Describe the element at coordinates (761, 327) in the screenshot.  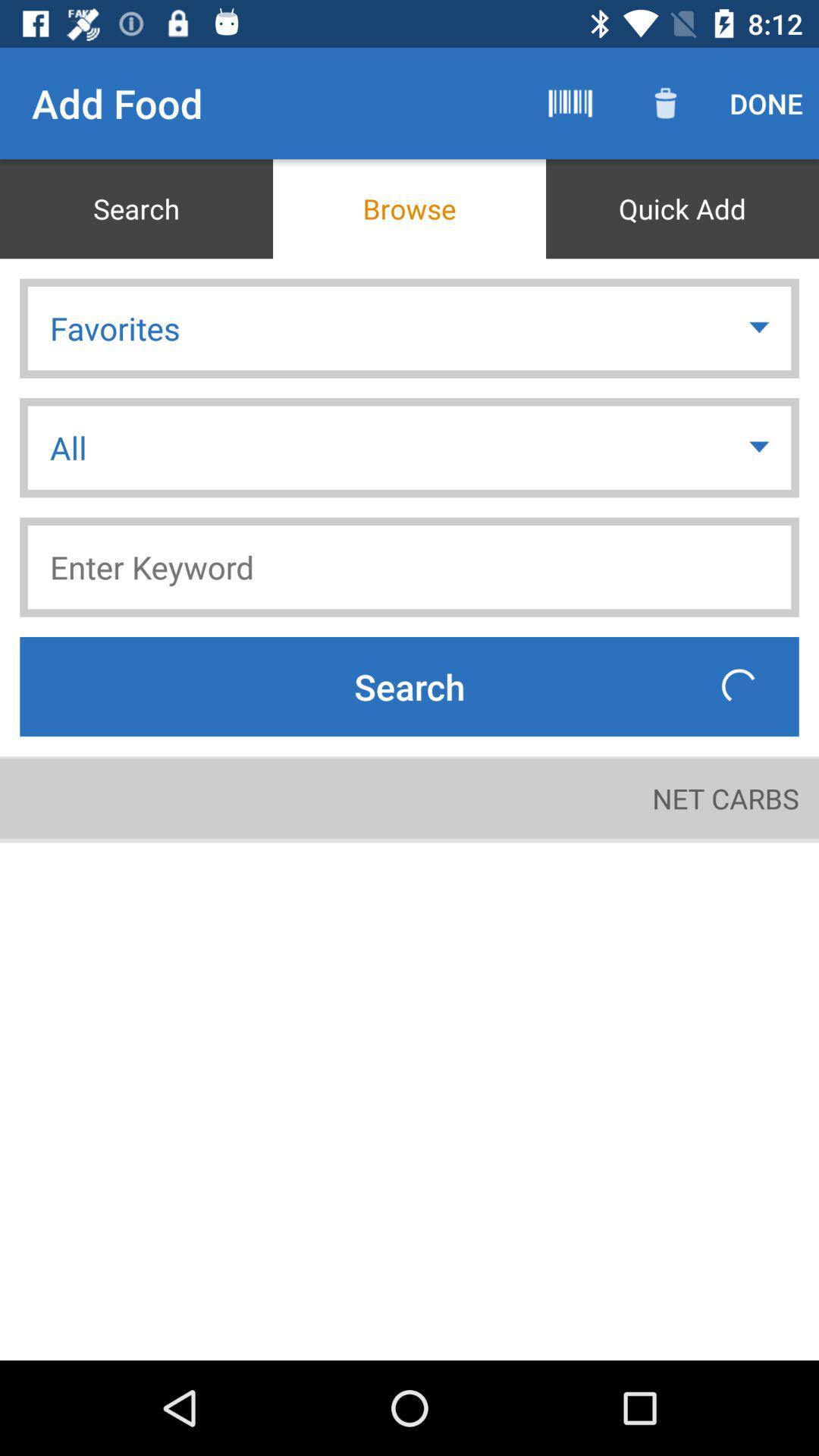
I see `icon below the quick add item` at that location.